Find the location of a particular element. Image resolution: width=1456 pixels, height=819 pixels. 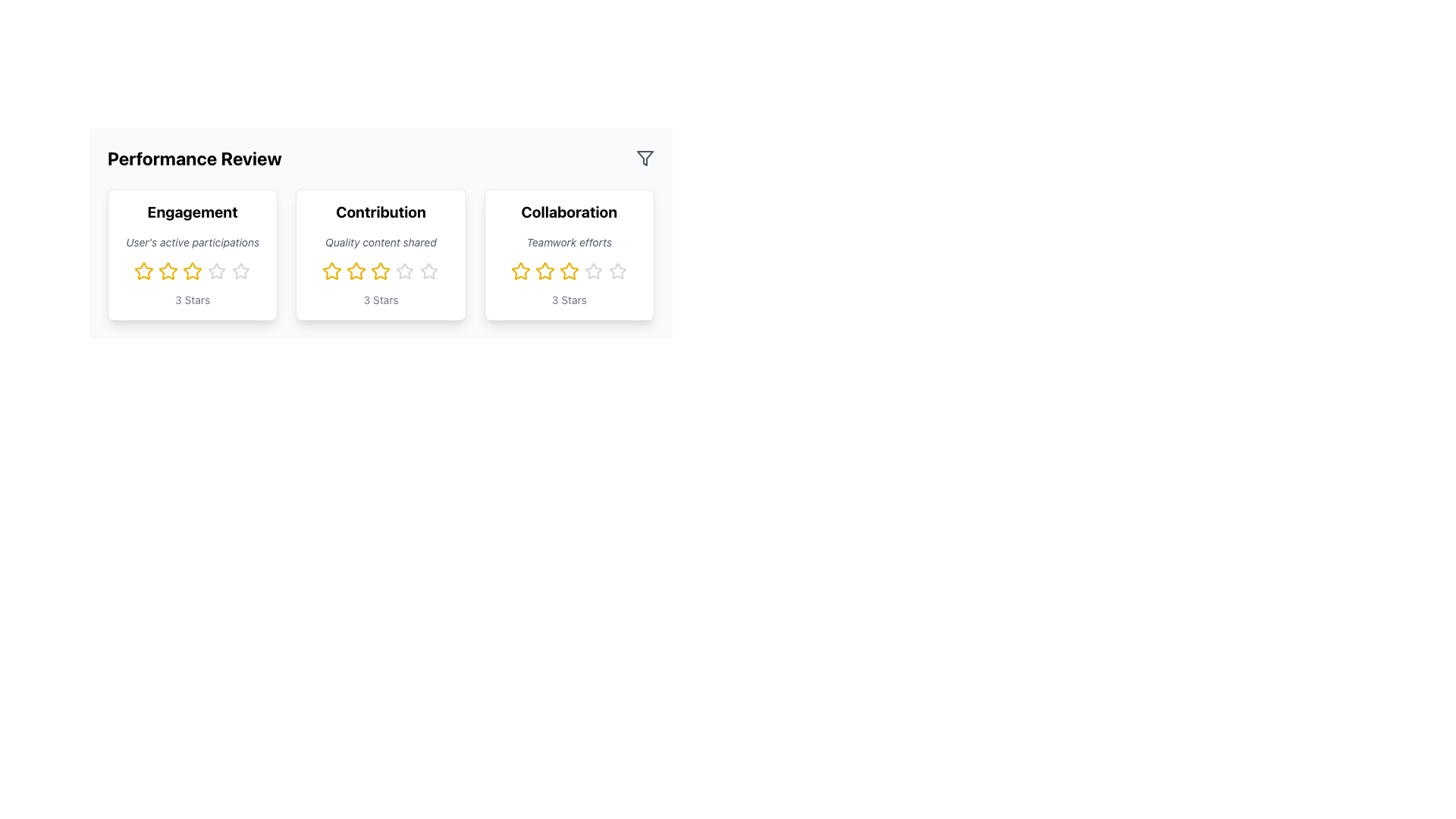

the second star in the five-star rating system for the 'Contribution' category is located at coordinates (331, 271).